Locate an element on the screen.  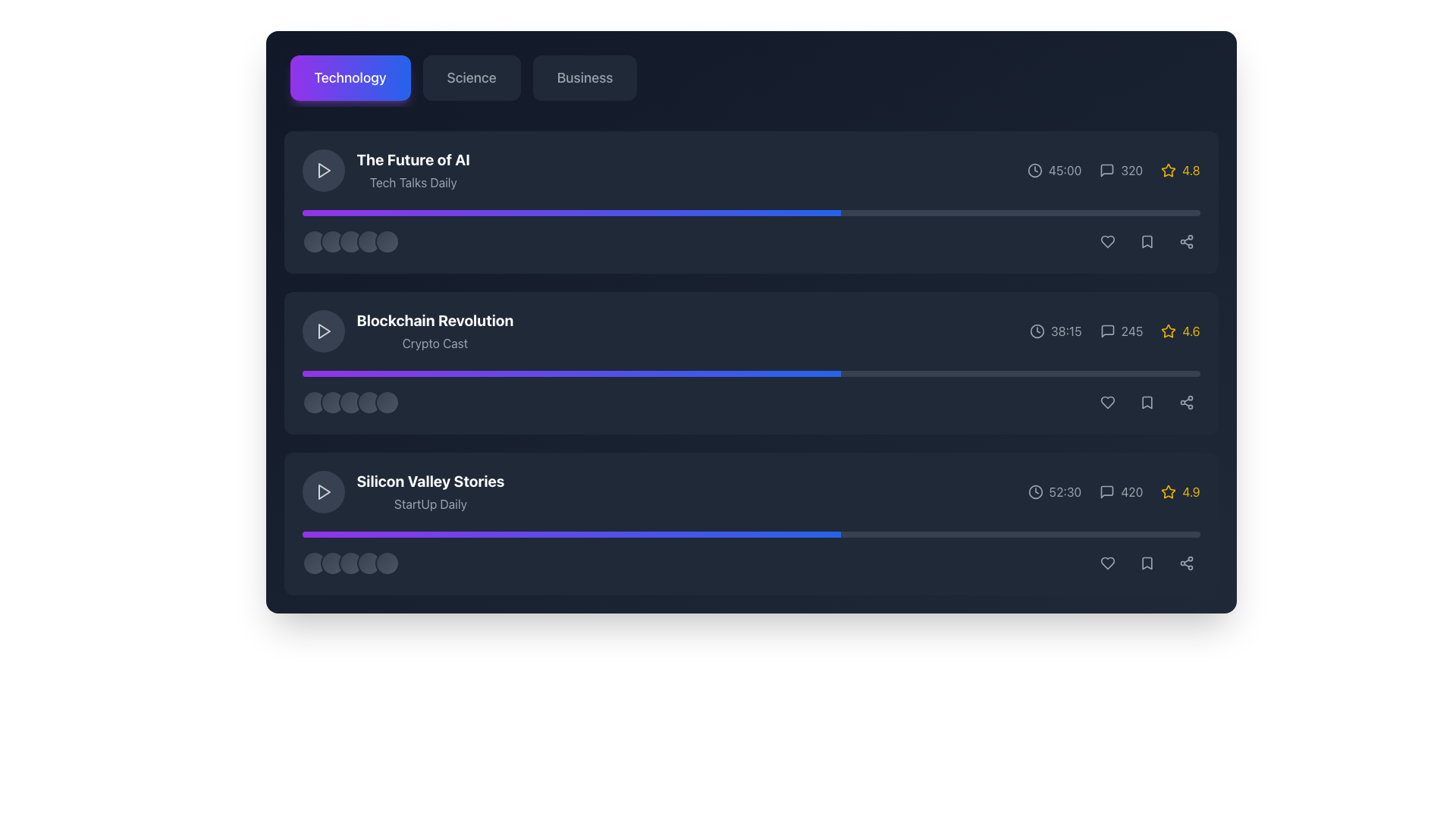
the decorative SVG circle element within the clock icon next to the duration text '38:15' for accessibility purposes is located at coordinates (1037, 330).